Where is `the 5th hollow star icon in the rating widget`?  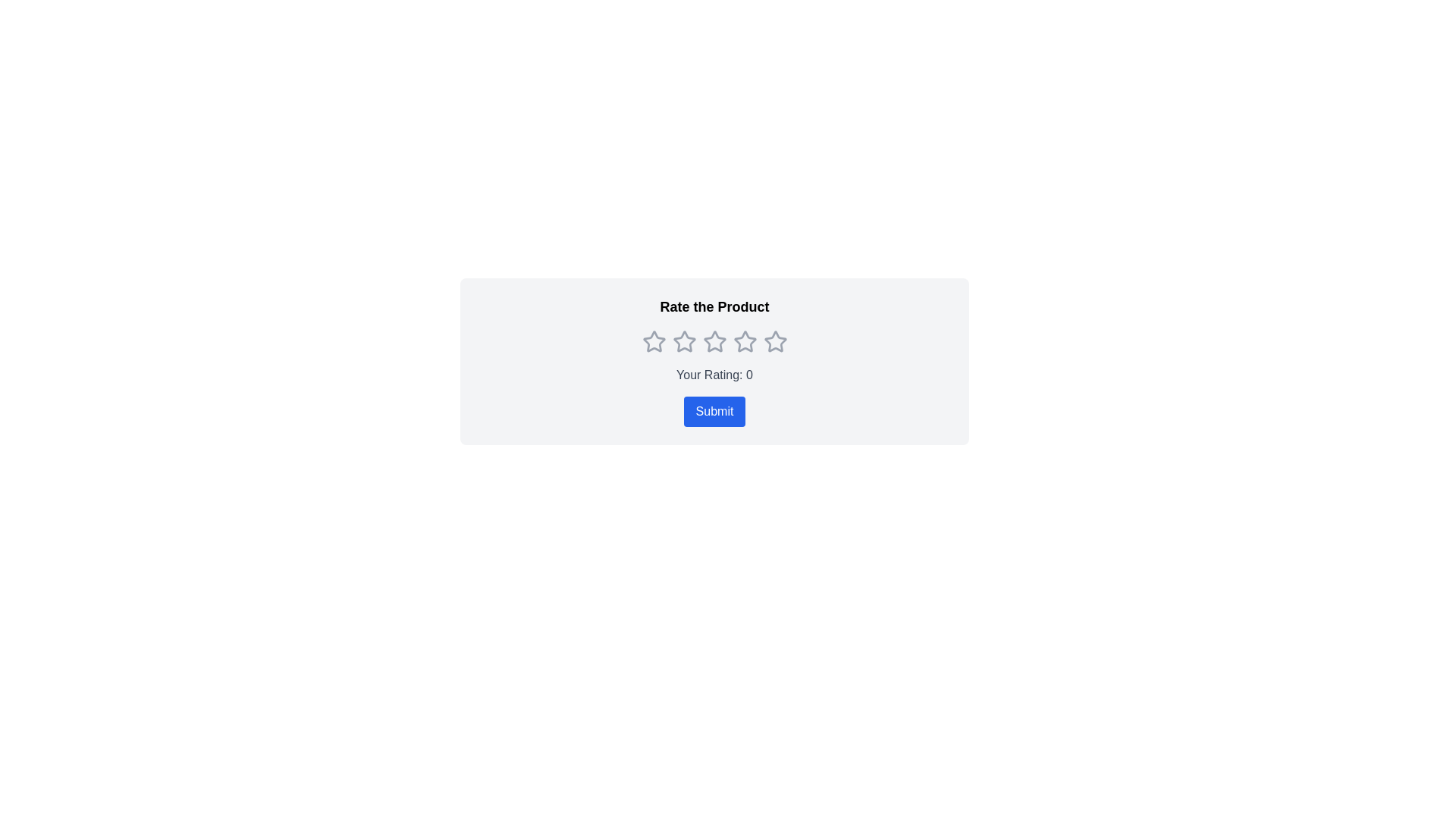 the 5th hollow star icon in the rating widget is located at coordinates (775, 341).